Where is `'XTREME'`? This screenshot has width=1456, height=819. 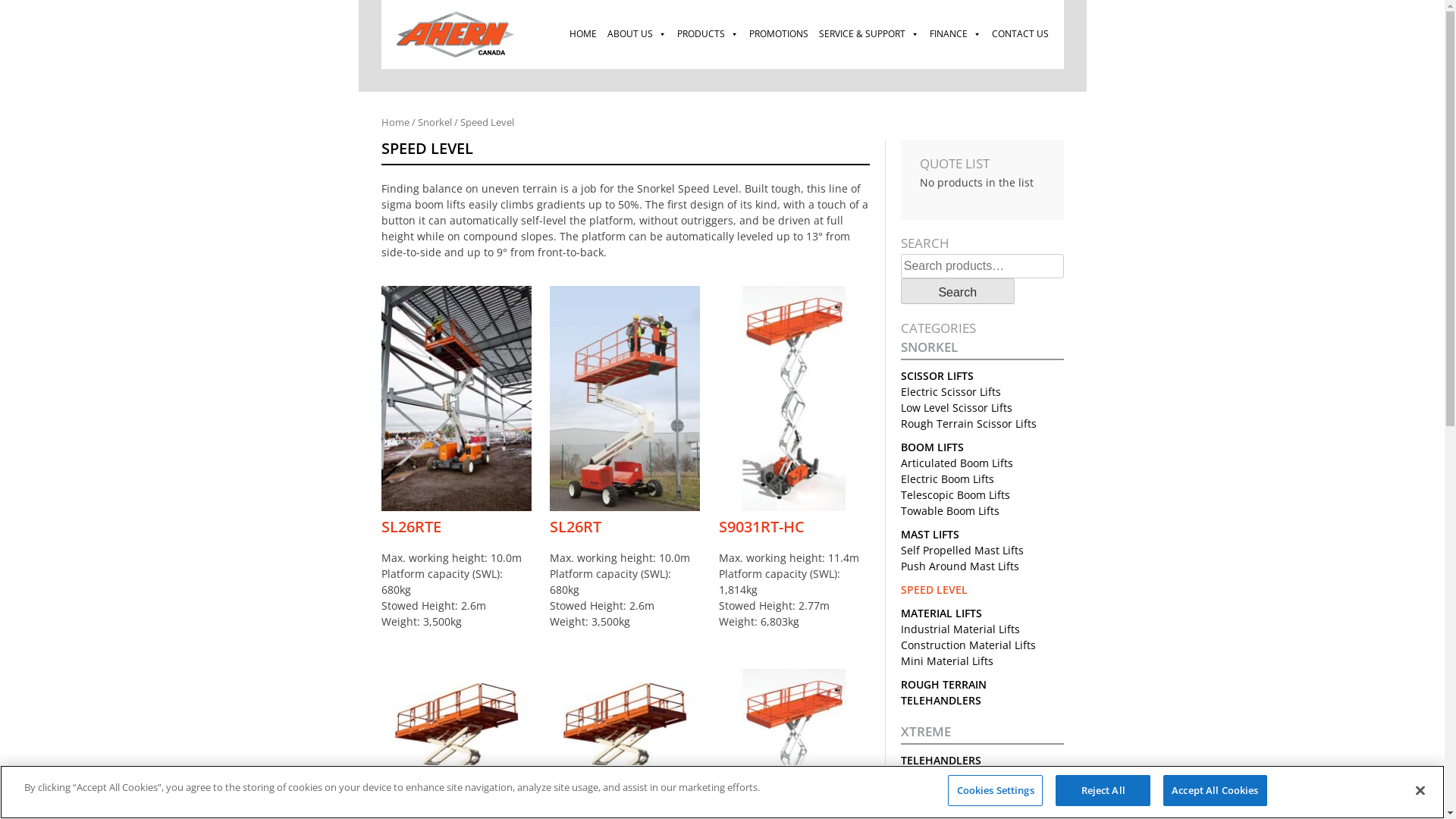
'XTREME' is located at coordinates (982, 733).